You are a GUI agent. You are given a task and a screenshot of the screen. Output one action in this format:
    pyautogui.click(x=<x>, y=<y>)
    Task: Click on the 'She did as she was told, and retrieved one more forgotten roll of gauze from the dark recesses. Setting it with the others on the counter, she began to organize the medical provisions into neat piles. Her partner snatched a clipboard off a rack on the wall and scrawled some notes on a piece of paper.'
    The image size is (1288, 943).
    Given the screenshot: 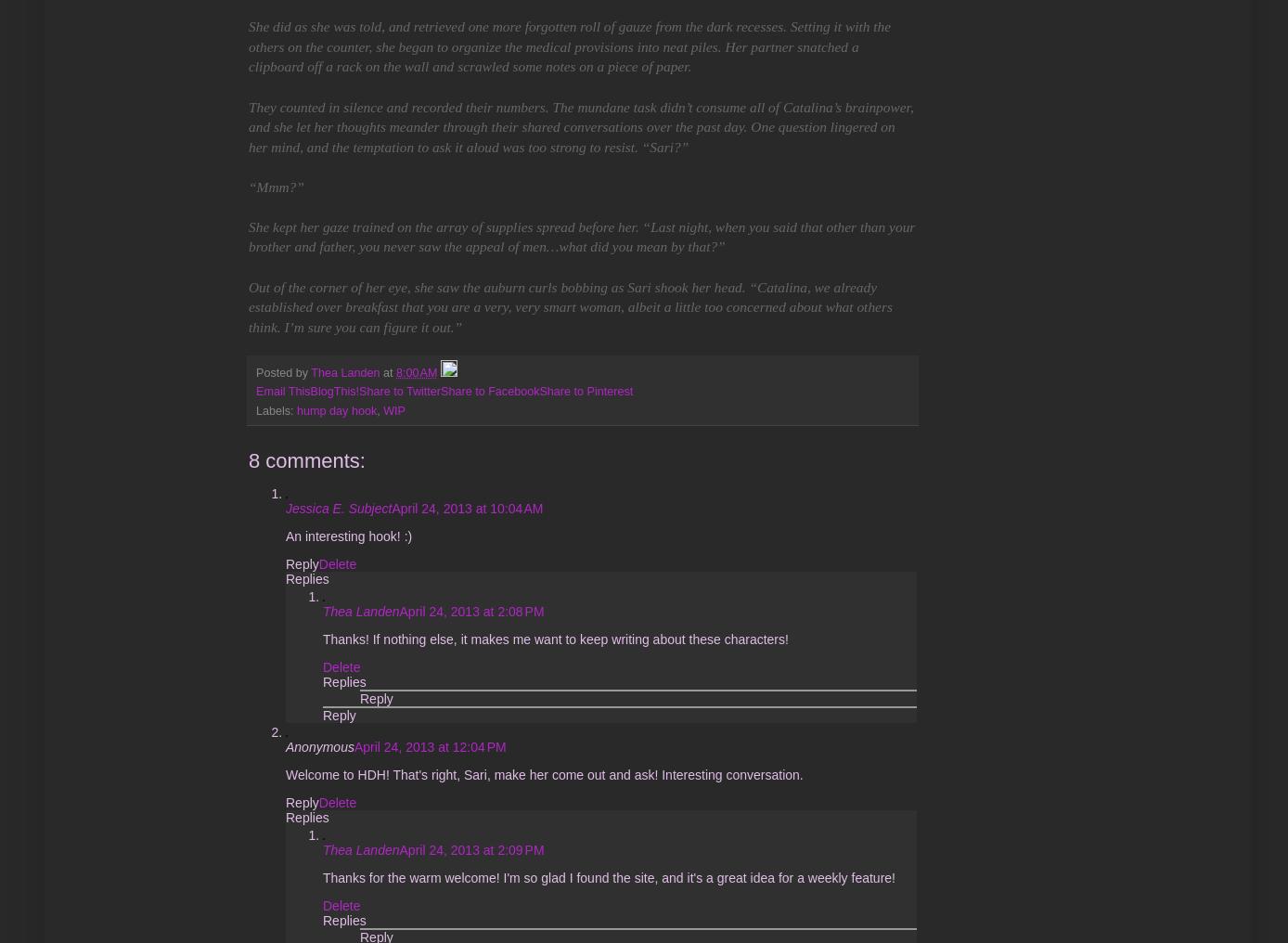 What is the action you would take?
    pyautogui.click(x=570, y=45)
    